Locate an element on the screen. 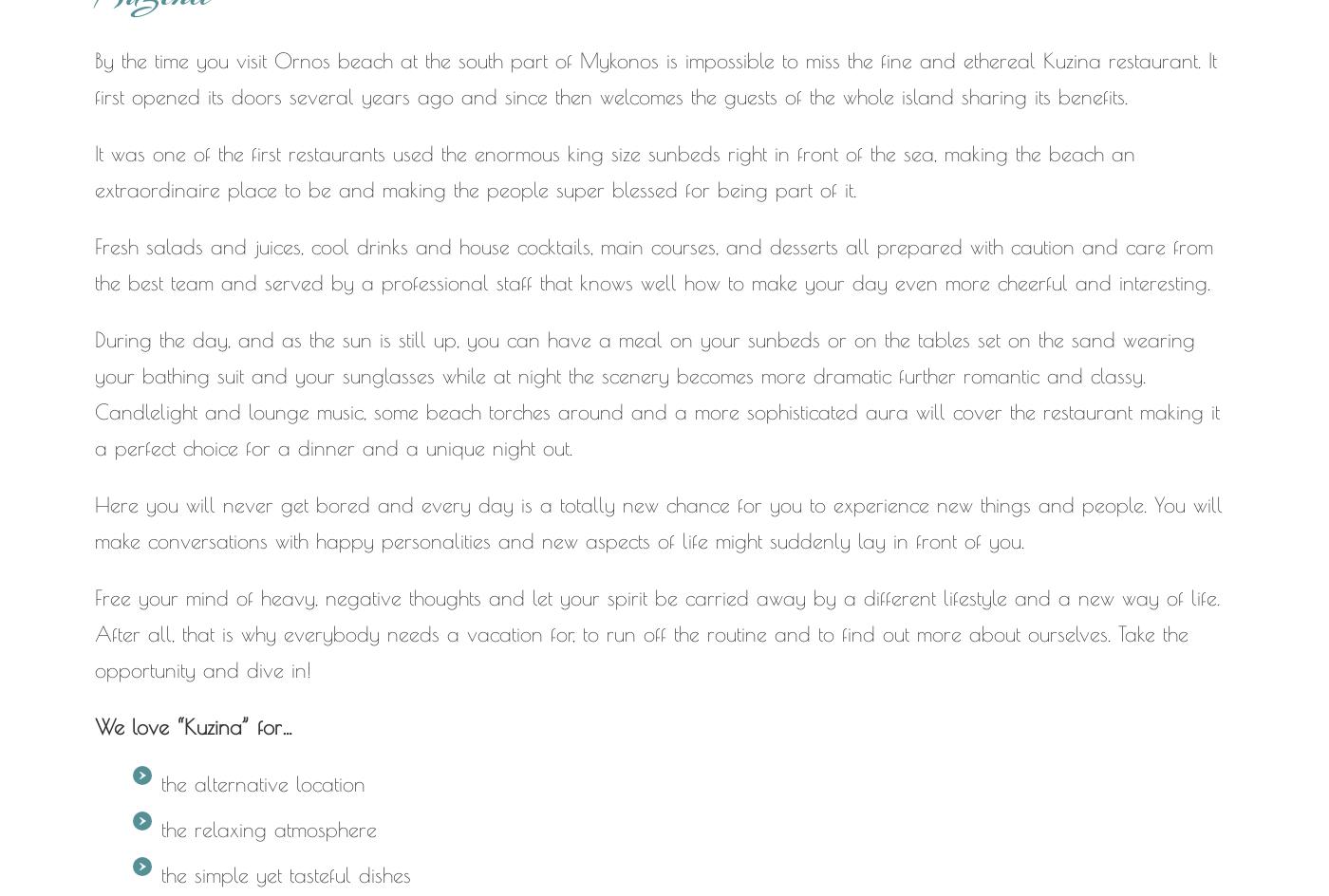 The image size is (1329, 896). 'During the day, and as the sun is still up, you can have a meal on your sunbeds or on the tables set on the sand wearing your bathing suit and your sunglasses while at night the scenery becomes more dramatic further romantic and classy. Candlelight and lounge music, some beach torches around and a more sophisticated aura will cover the restaurant making it a perfect choice for a dinner and a unique night out.' is located at coordinates (657, 392).